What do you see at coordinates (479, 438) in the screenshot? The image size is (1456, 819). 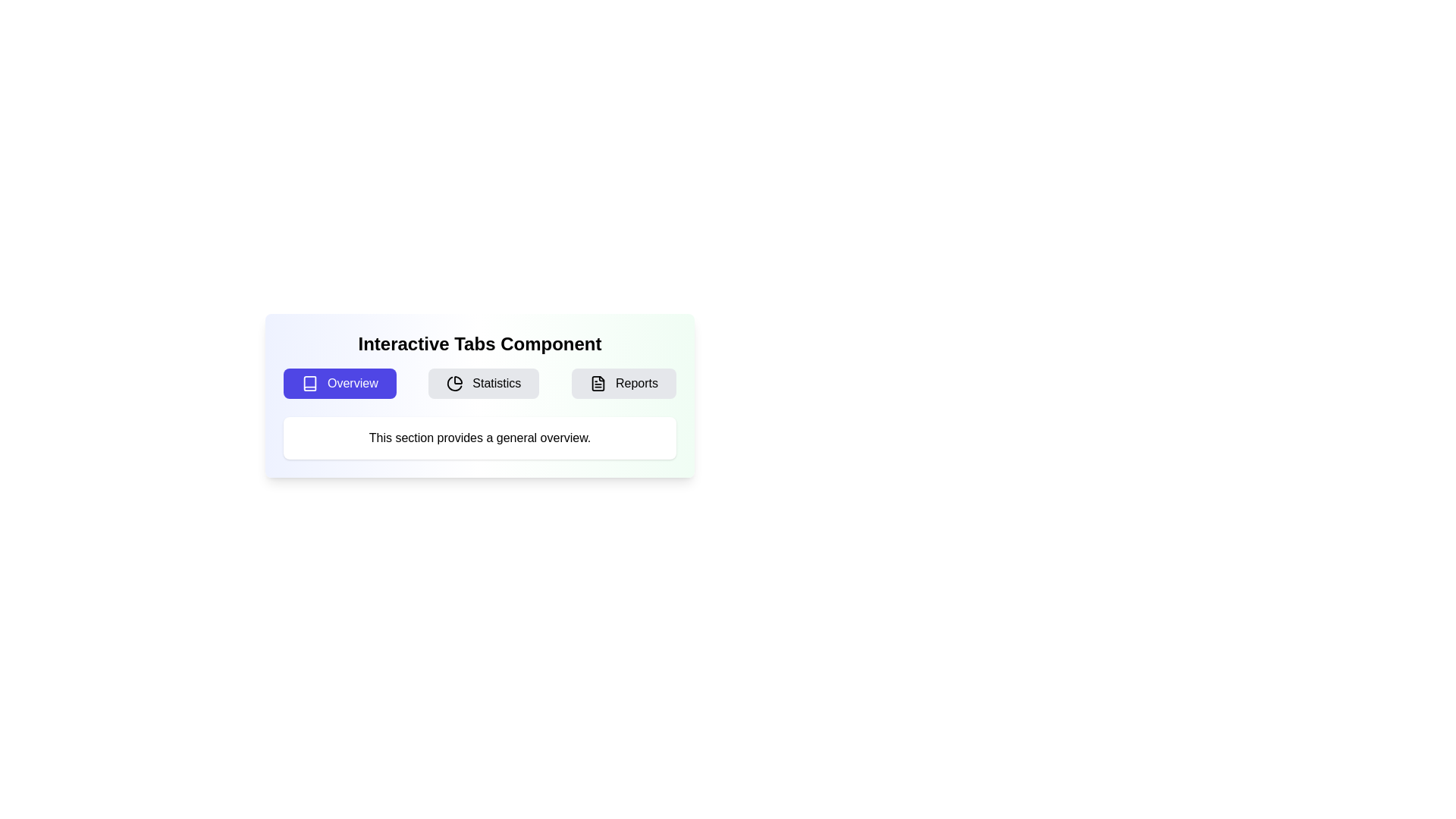 I see `text content of the text block that says 'This section provides a general overview.' positioned below the interactive tabs labeled 'Overview,' 'Statistics,' and 'Reports.'` at bounding box center [479, 438].